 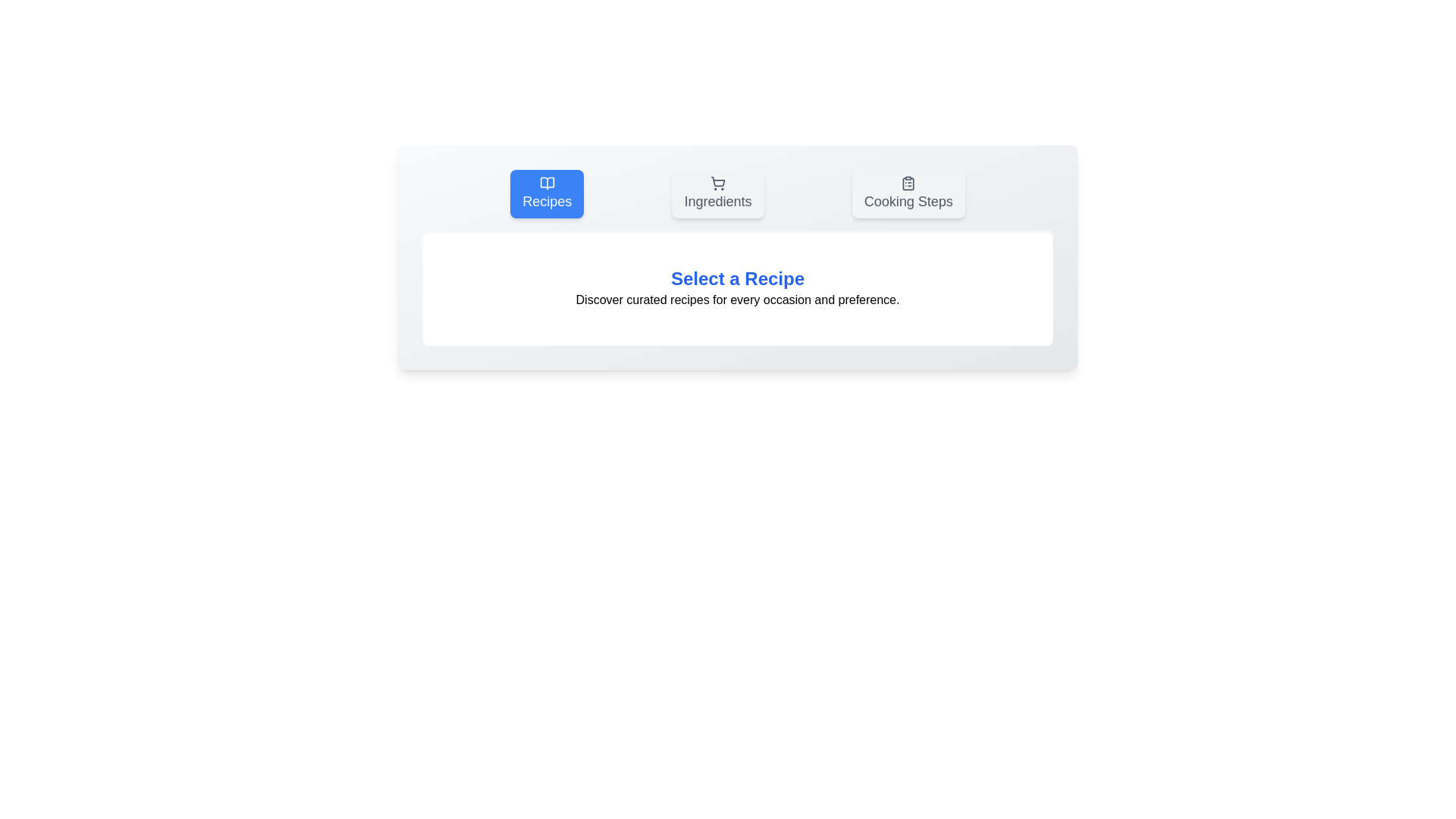 I want to click on the tab labeled Recipes to observe its hover effect, so click(x=546, y=193).